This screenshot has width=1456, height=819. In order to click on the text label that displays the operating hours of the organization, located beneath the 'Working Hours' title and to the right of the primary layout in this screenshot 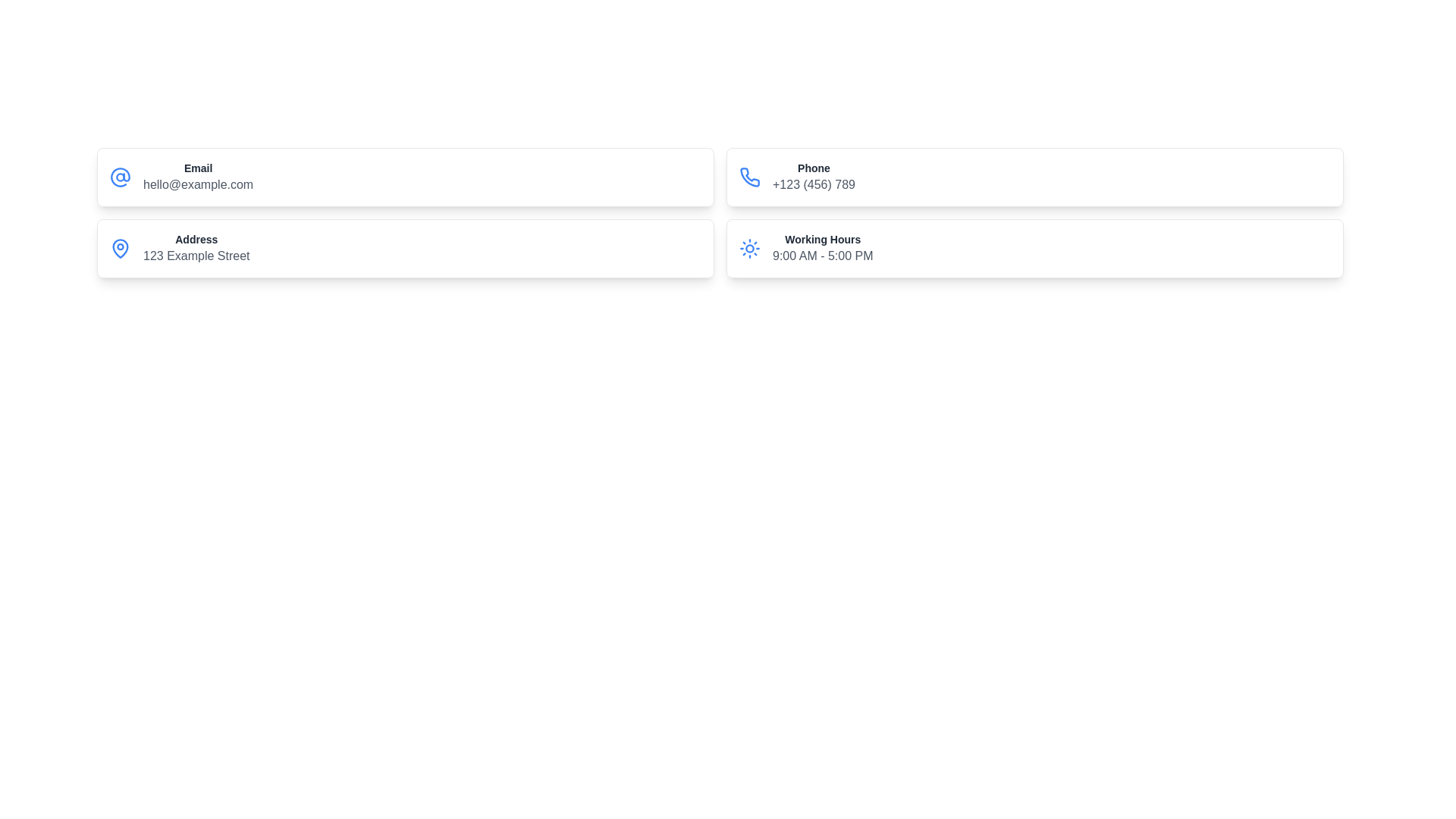, I will do `click(822, 256)`.